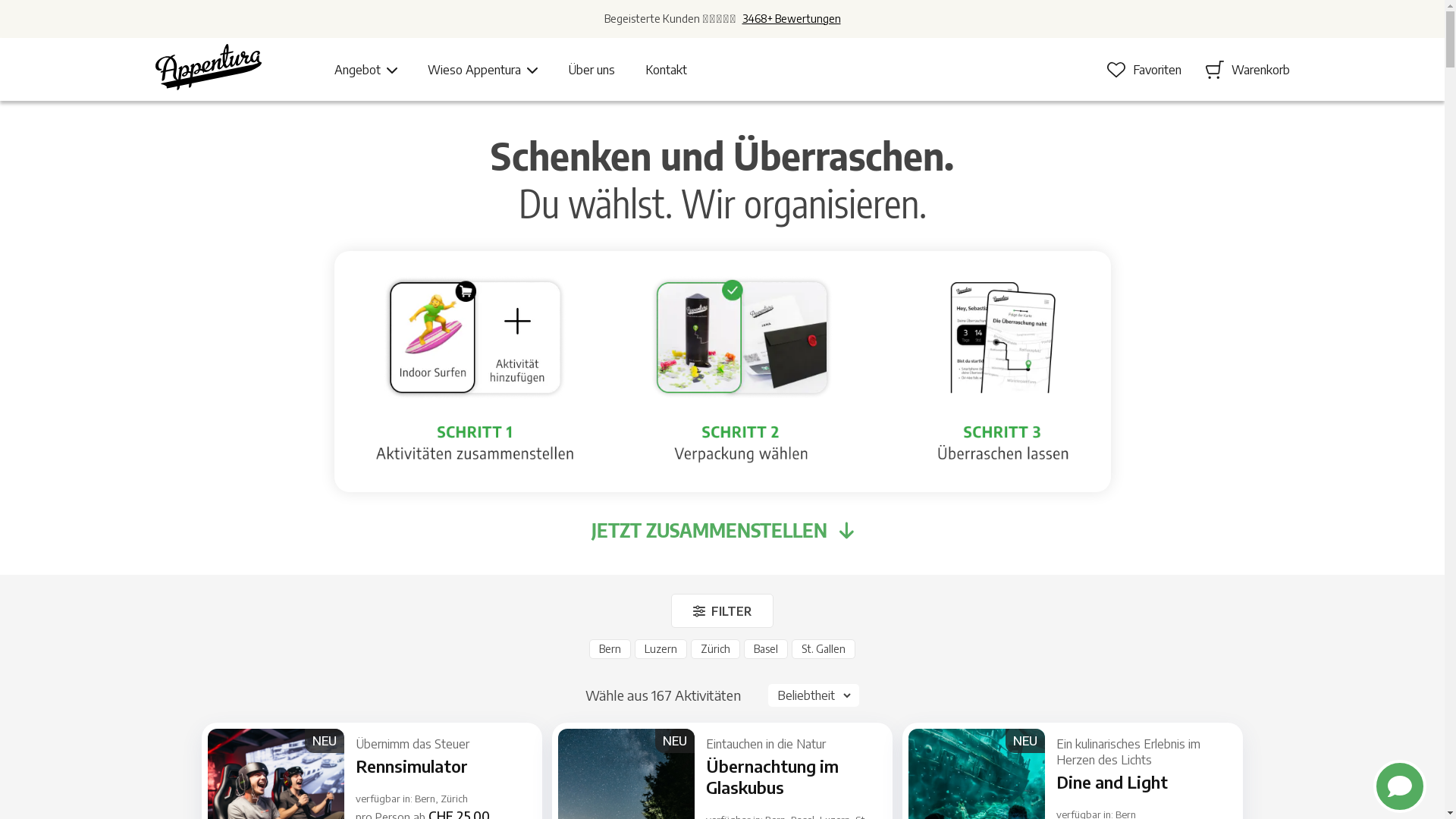 This screenshot has width=1456, height=819. What do you see at coordinates (789, 18) in the screenshot?
I see `'3468+ Bewertungen'` at bounding box center [789, 18].